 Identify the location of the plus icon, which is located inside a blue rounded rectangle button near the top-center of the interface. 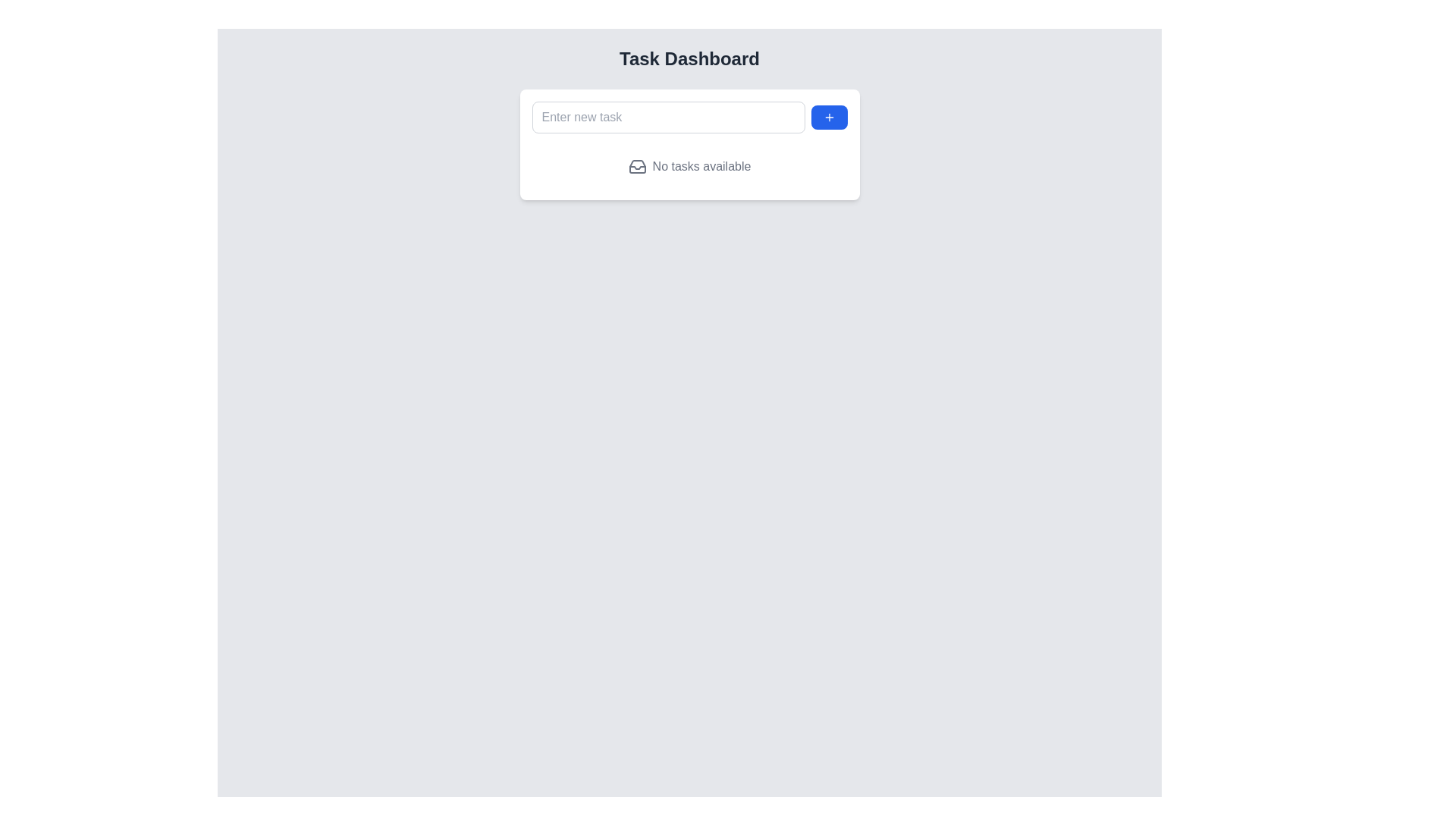
(828, 116).